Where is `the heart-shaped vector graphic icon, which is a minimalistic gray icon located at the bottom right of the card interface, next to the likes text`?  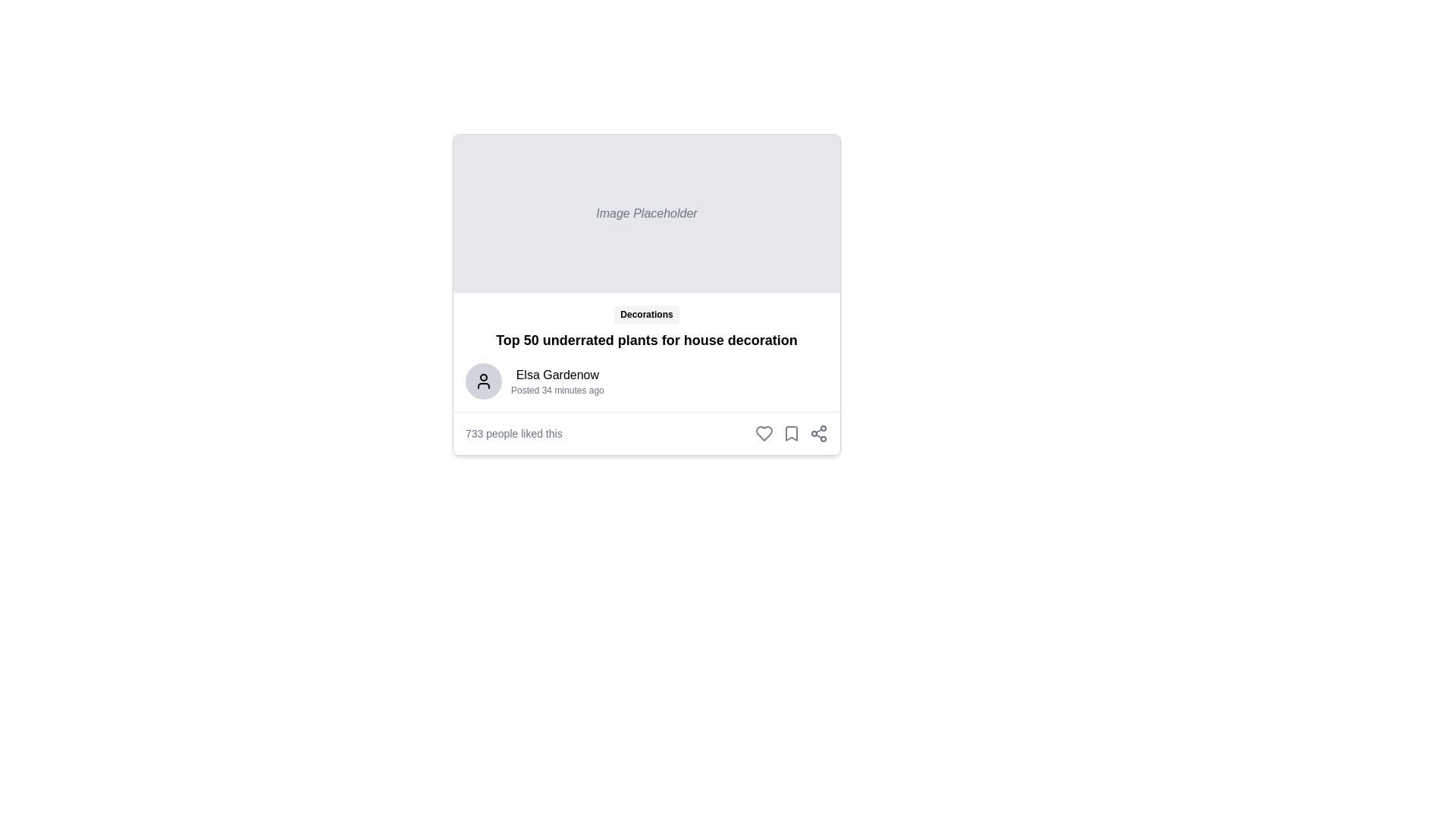
the heart-shaped vector graphic icon, which is a minimalistic gray icon located at the bottom right of the card interface, next to the likes text is located at coordinates (764, 433).